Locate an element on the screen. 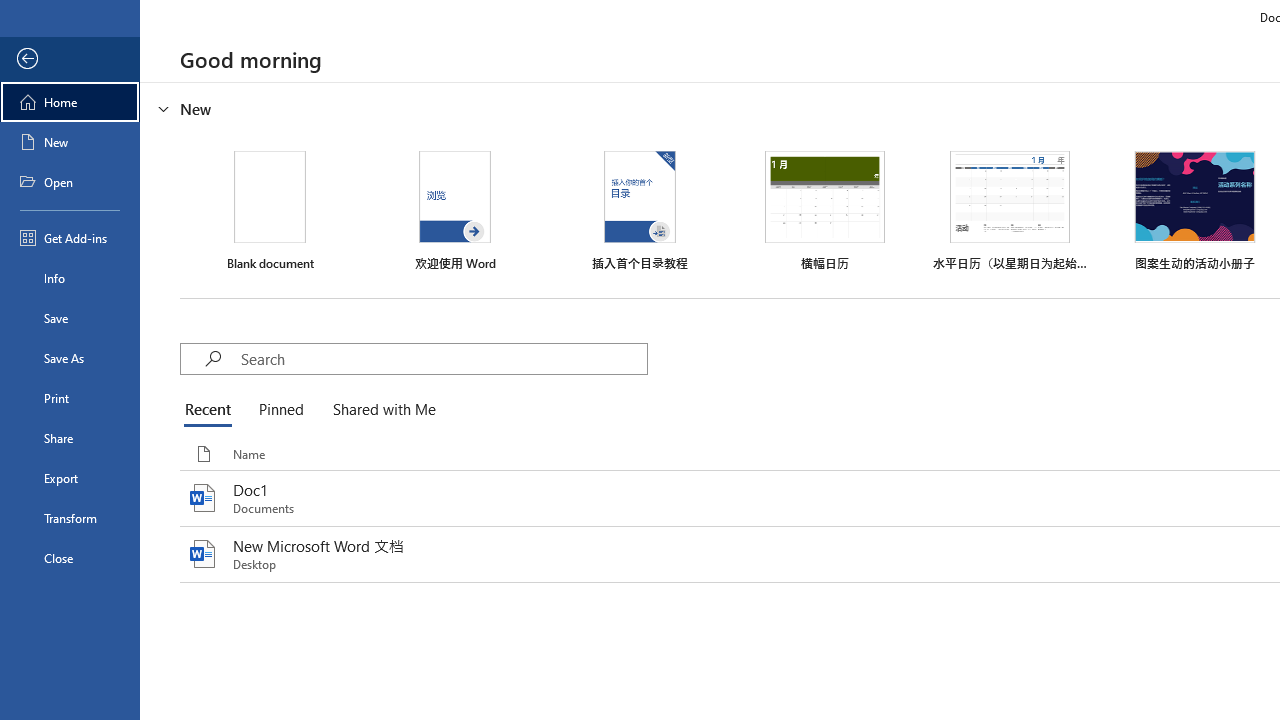 This screenshot has width=1280, height=720. 'Recent' is located at coordinates (212, 410).